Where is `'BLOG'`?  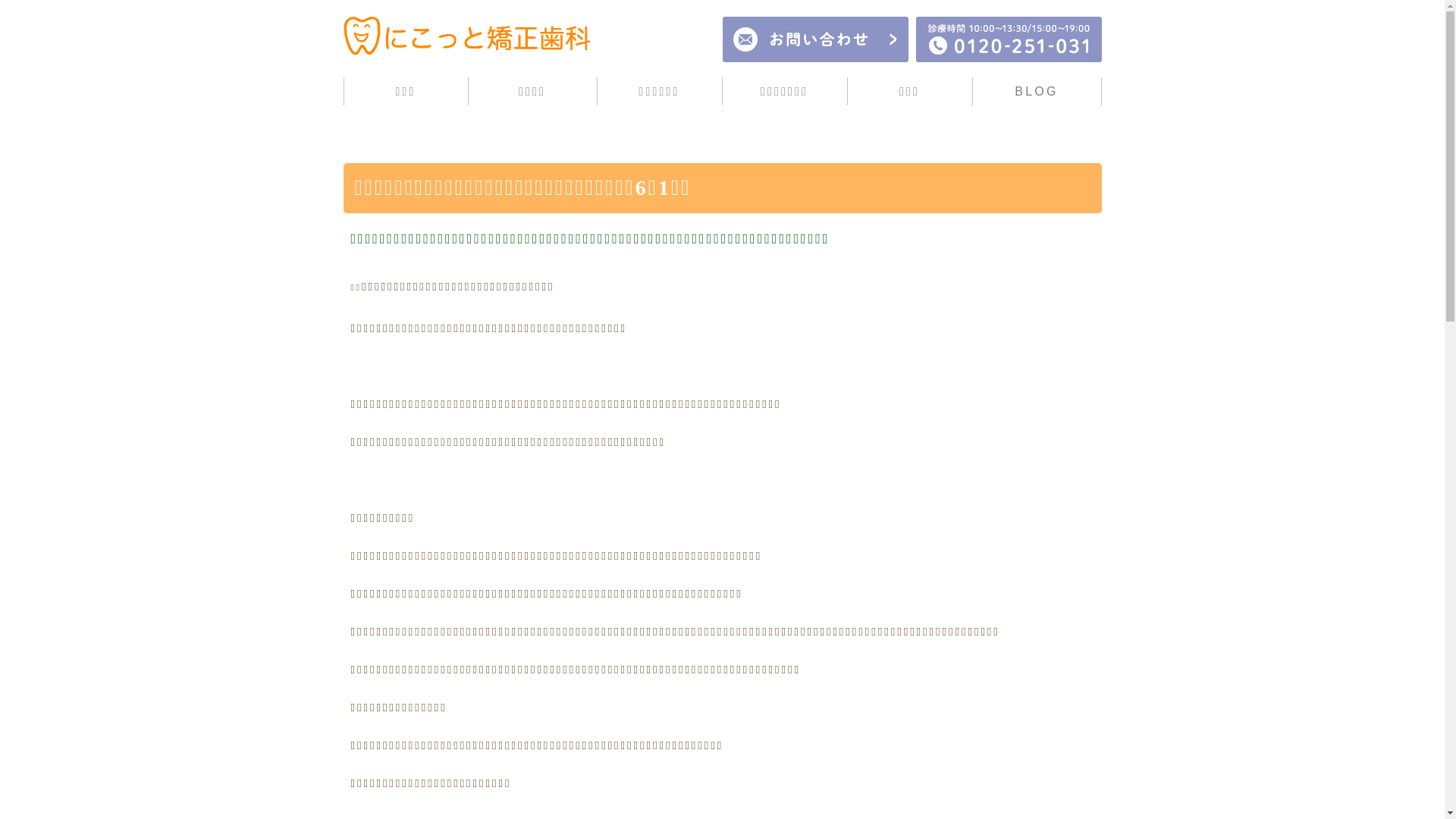
'BLOG' is located at coordinates (971, 91).